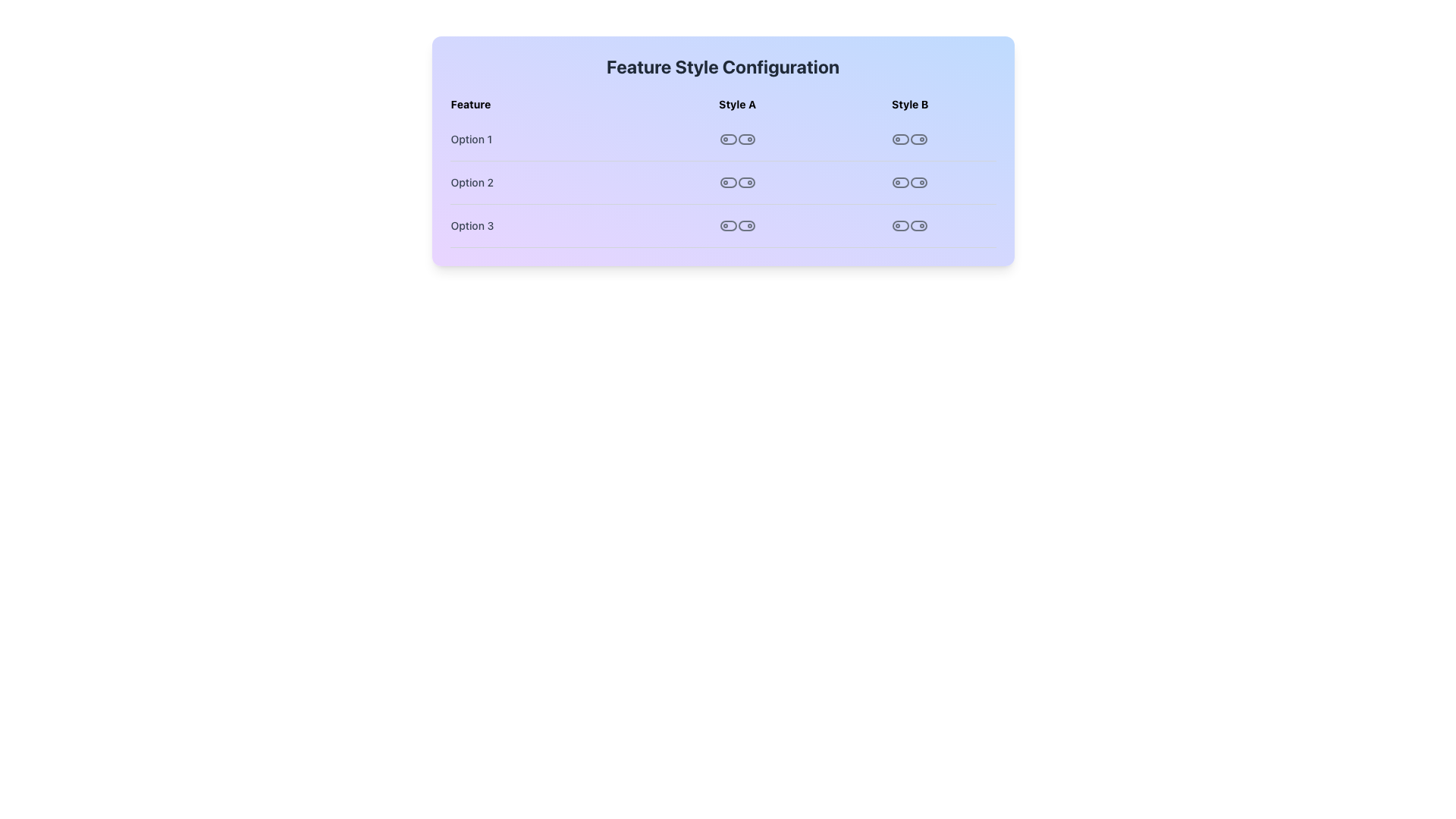 The width and height of the screenshot is (1456, 819). What do you see at coordinates (728, 225) in the screenshot?
I see `the toggle switch for 'Style A' in the 'Option 3' row of the 'Feature Style Configuration' table` at bounding box center [728, 225].